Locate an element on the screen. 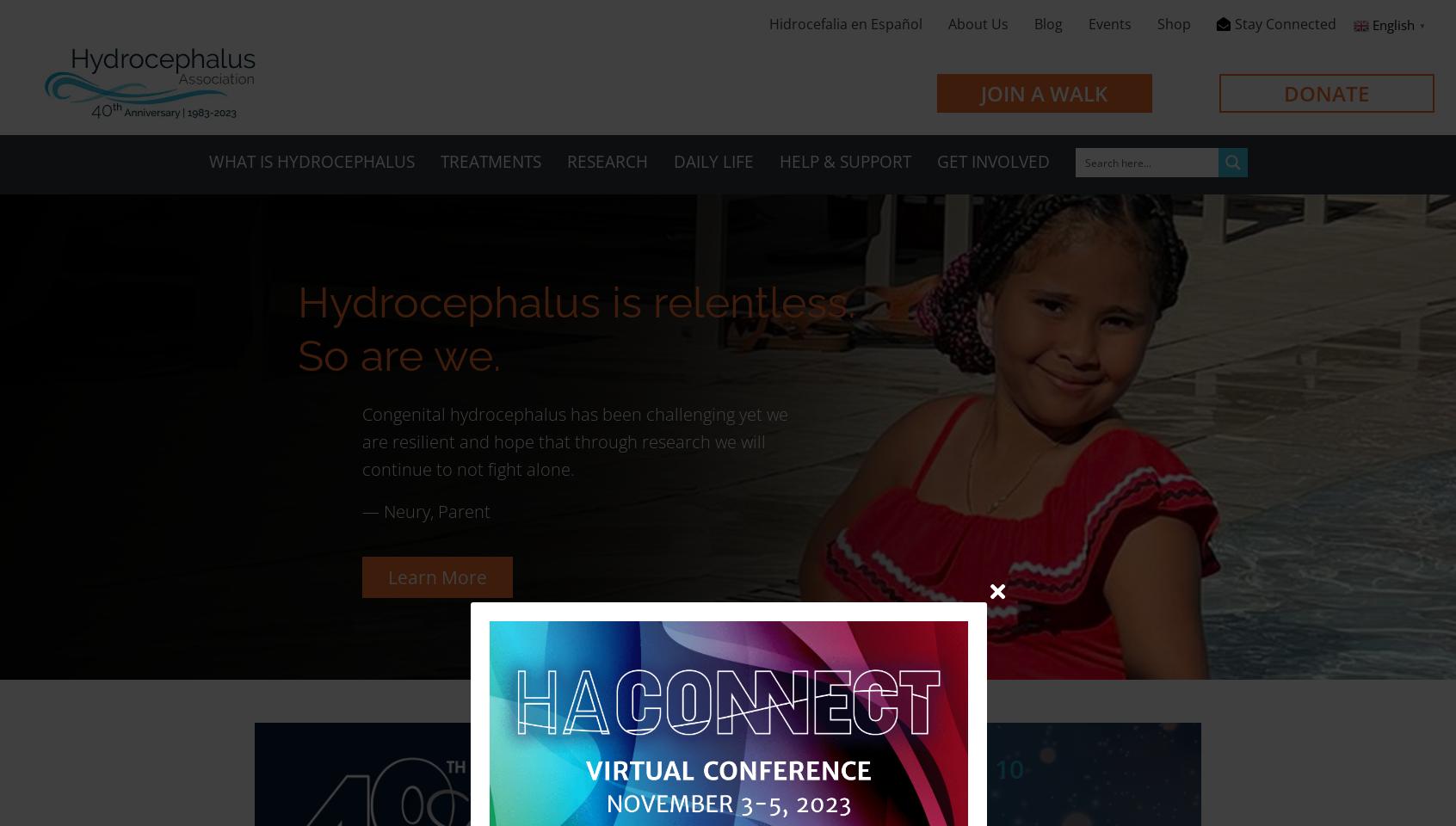  'Treatments' is located at coordinates (489, 161).